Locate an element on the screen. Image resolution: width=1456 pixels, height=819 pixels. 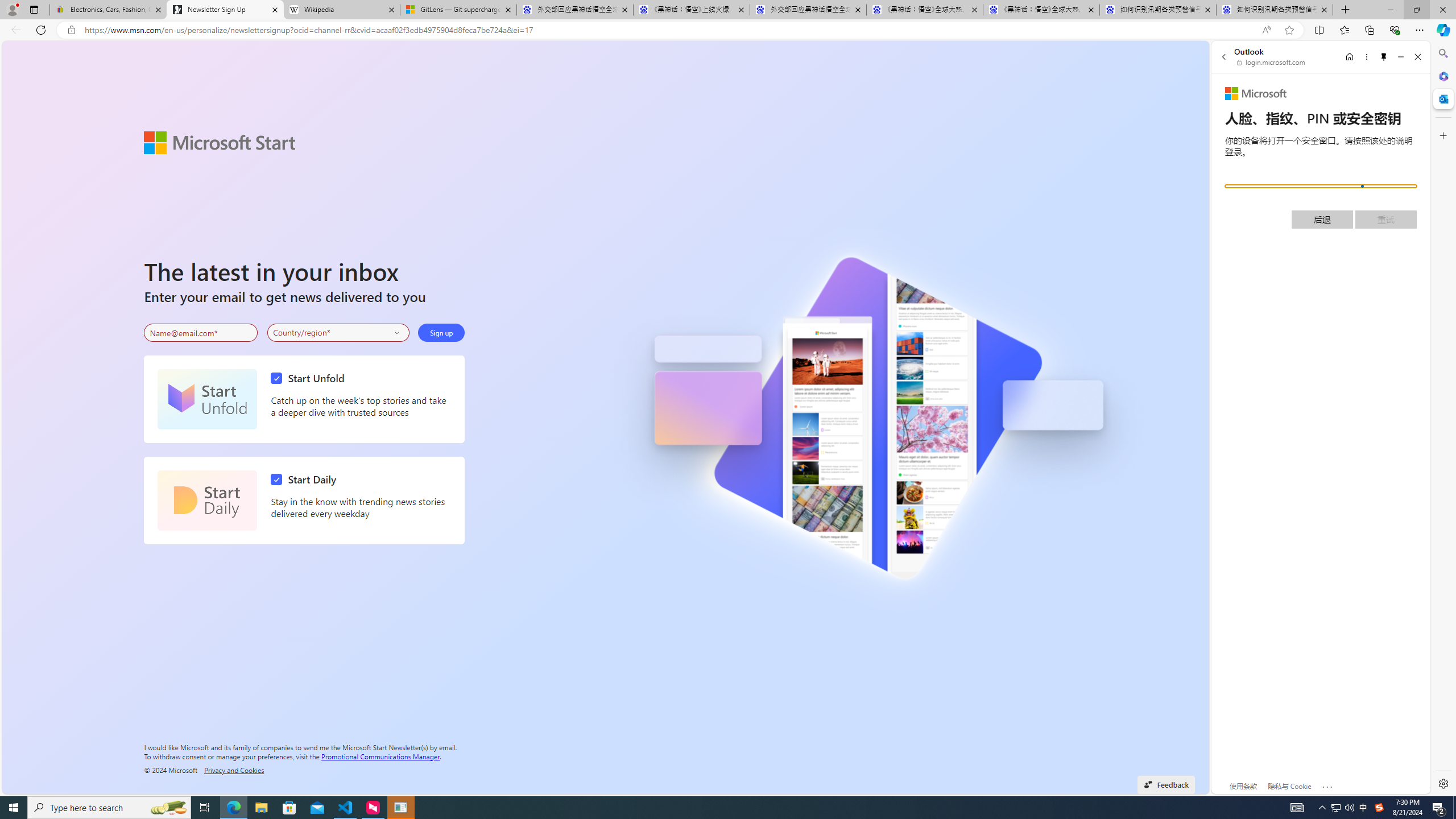
'Electronics, Cars, Fashion, Collectibles & More | eBay' is located at coordinates (107, 9).